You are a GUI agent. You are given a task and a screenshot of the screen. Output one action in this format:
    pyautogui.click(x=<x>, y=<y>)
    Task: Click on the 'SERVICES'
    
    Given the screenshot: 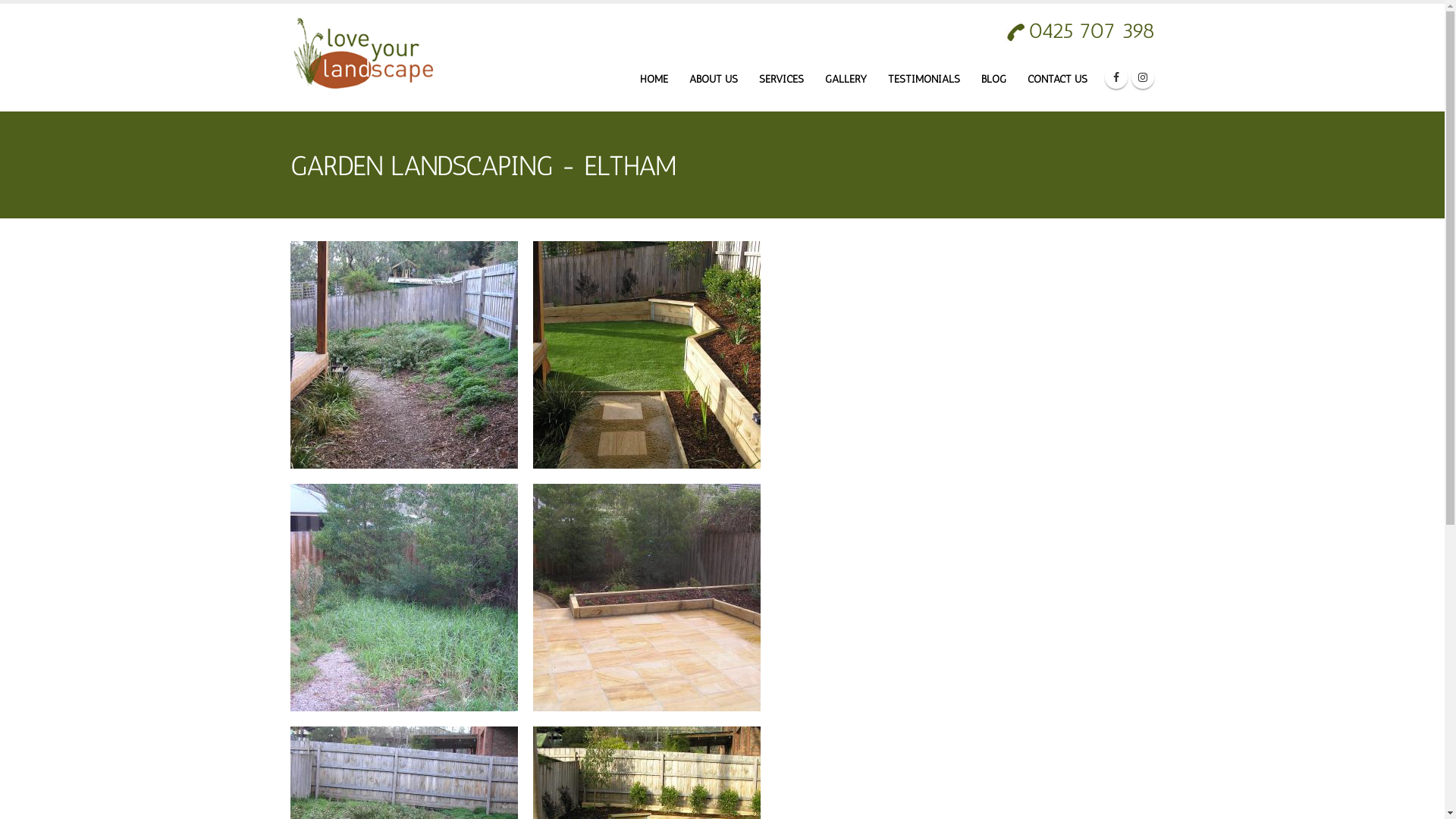 What is the action you would take?
    pyautogui.click(x=781, y=79)
    